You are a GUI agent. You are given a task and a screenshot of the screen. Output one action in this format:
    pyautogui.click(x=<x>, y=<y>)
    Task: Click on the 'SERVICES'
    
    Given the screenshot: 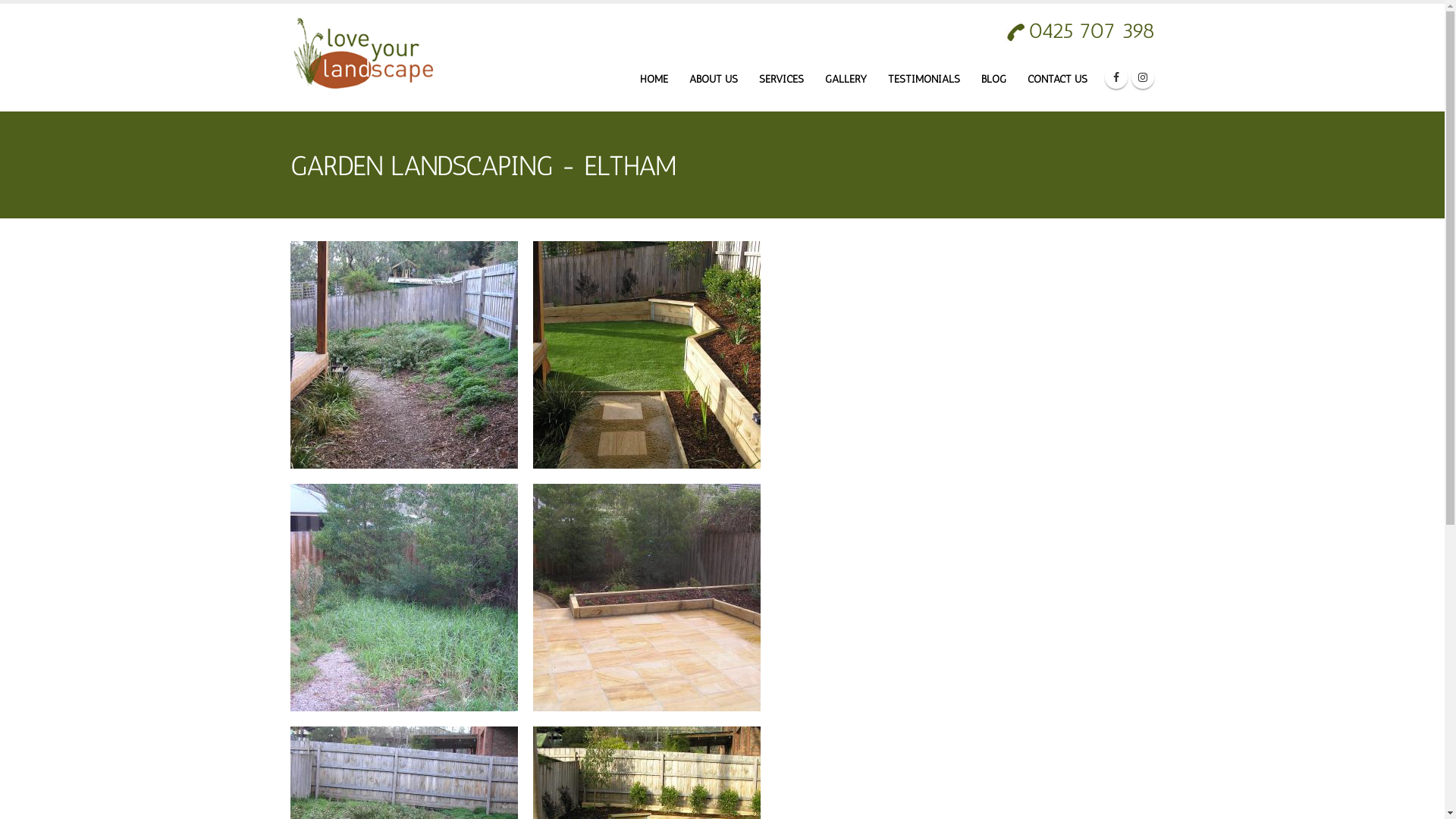 What is the action you would take?
    pyautogui.click(x=781, y=79)
    